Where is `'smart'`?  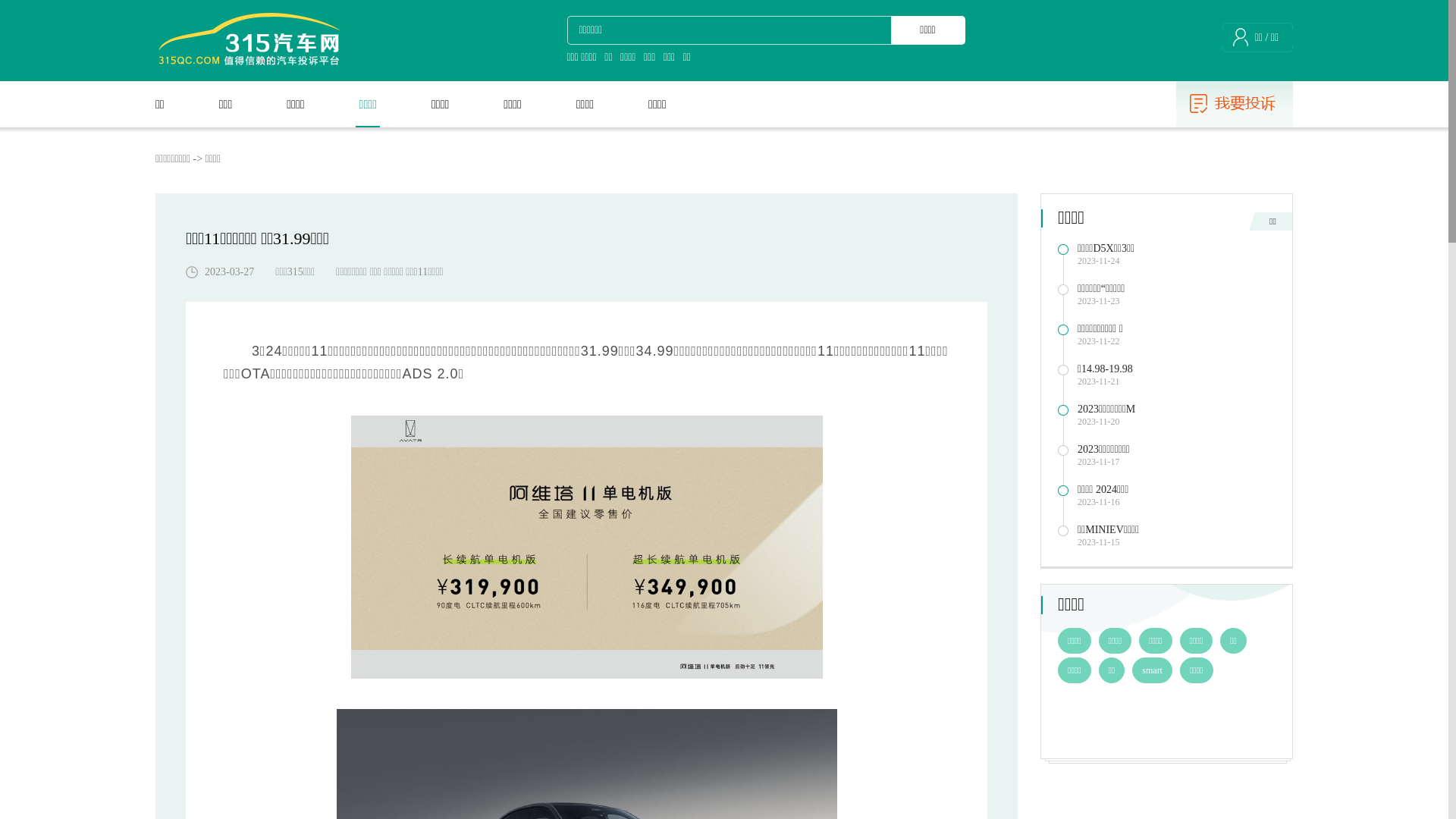
'smart' is located at coordinates (1152, 669).